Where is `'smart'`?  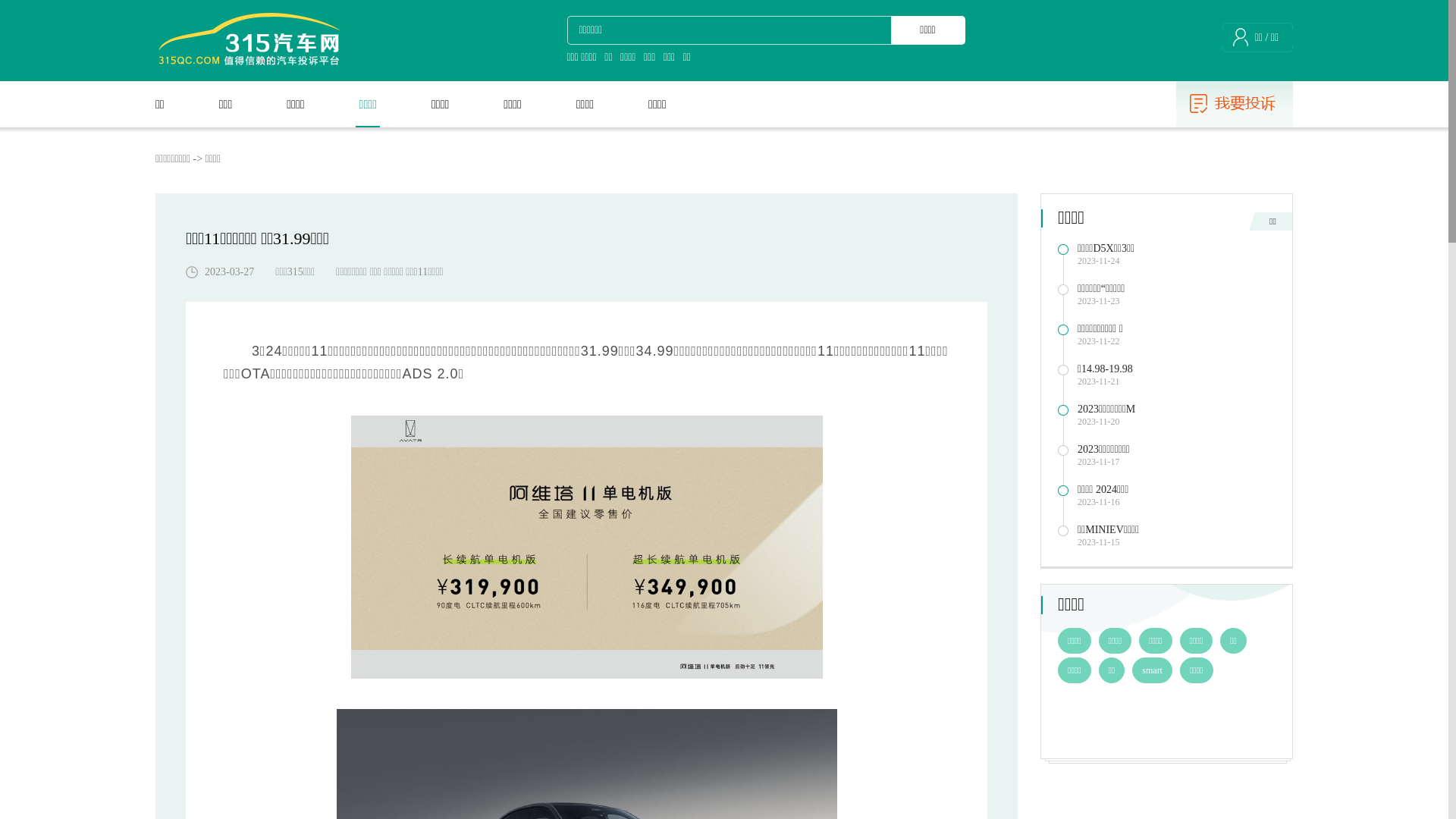
'smart' is located at coordinates (1152, 669).